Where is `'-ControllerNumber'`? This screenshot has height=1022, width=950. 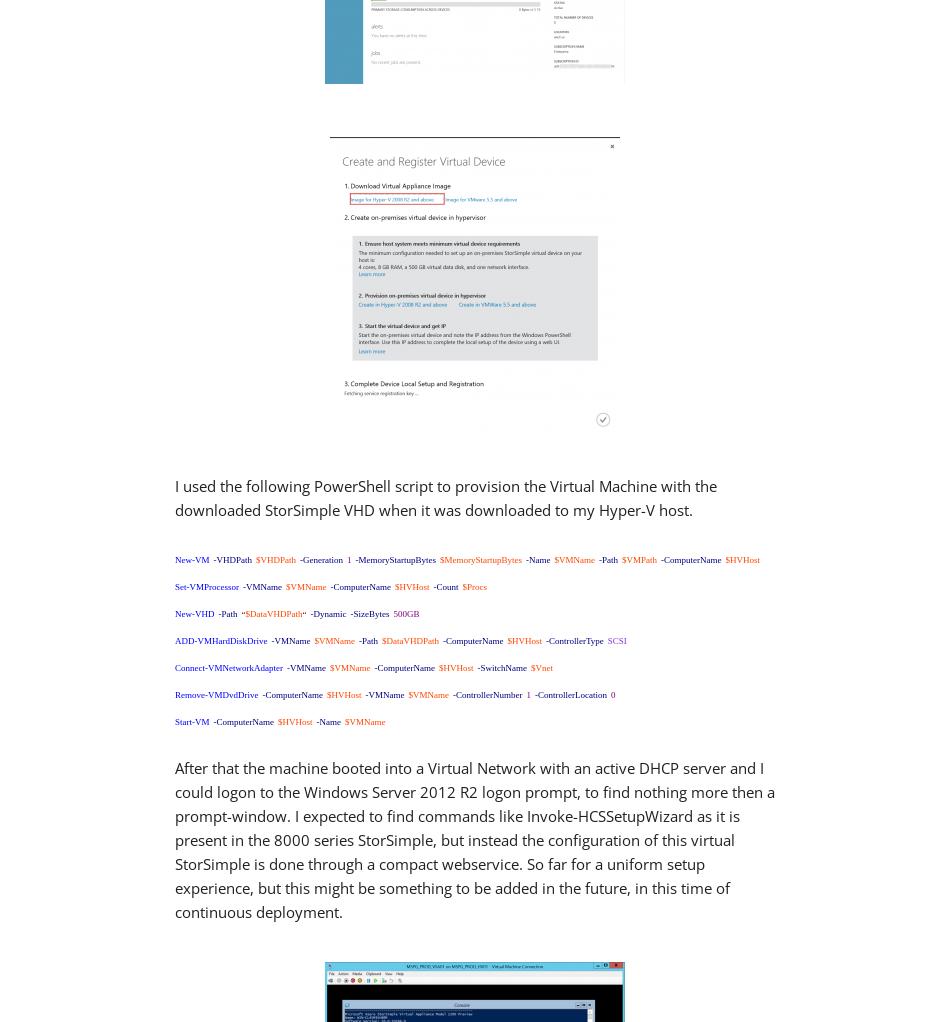
'-ControllerNumber' is located at coordinates (486, 694).